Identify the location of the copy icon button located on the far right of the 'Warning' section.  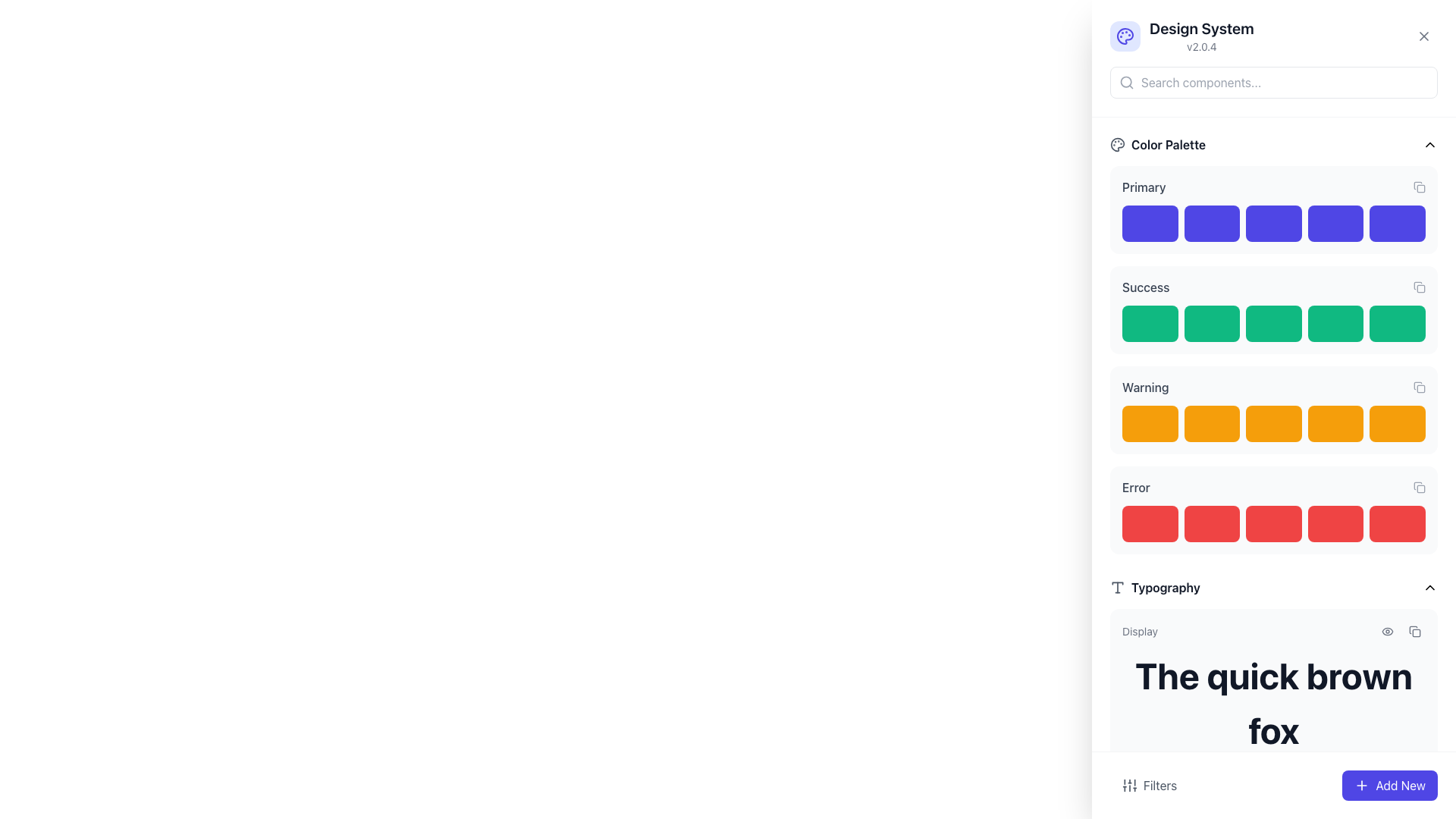
(1419, 386).